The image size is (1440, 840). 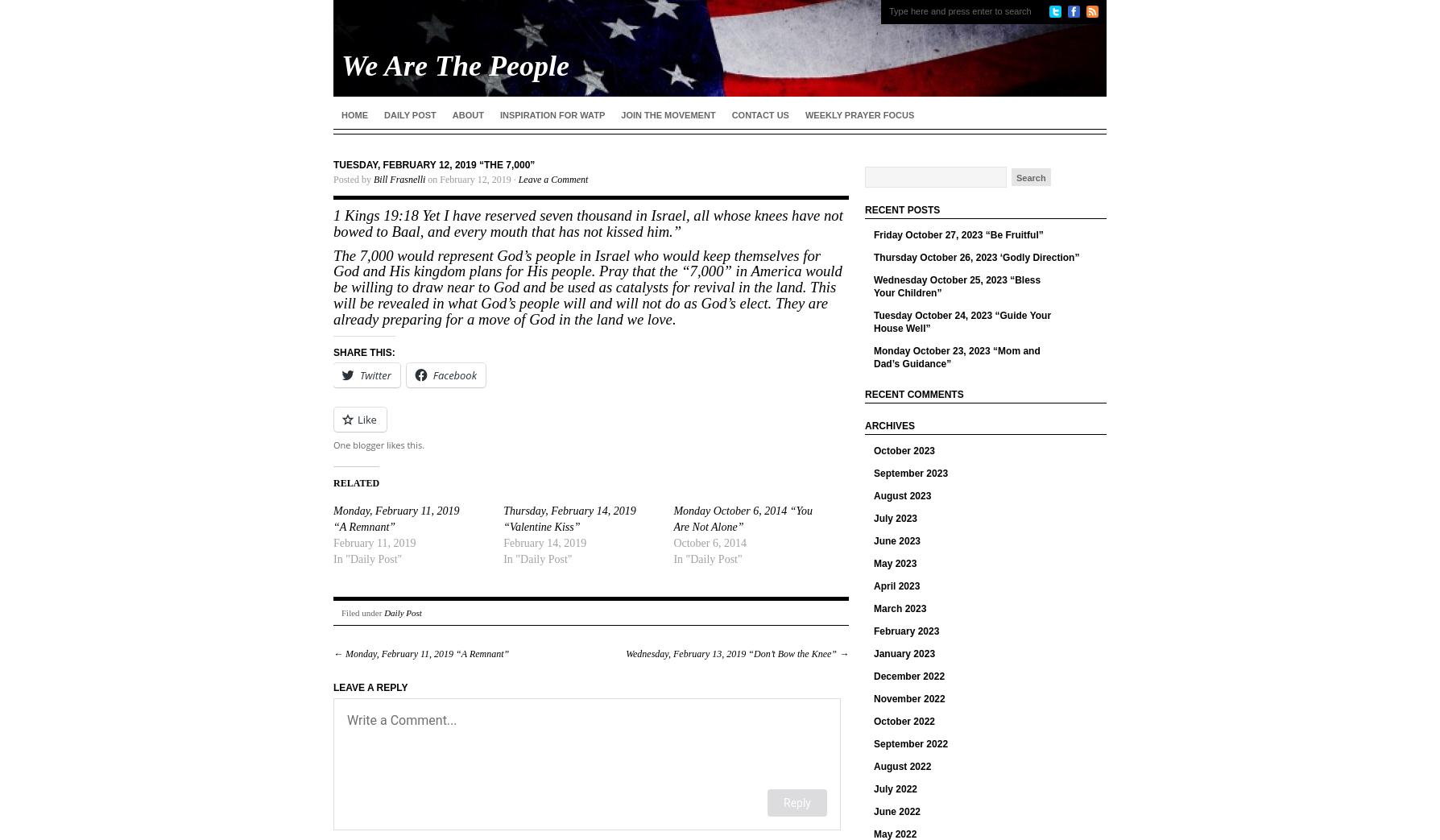 I want to click on 'May 2023', so click(x=895, y=563).